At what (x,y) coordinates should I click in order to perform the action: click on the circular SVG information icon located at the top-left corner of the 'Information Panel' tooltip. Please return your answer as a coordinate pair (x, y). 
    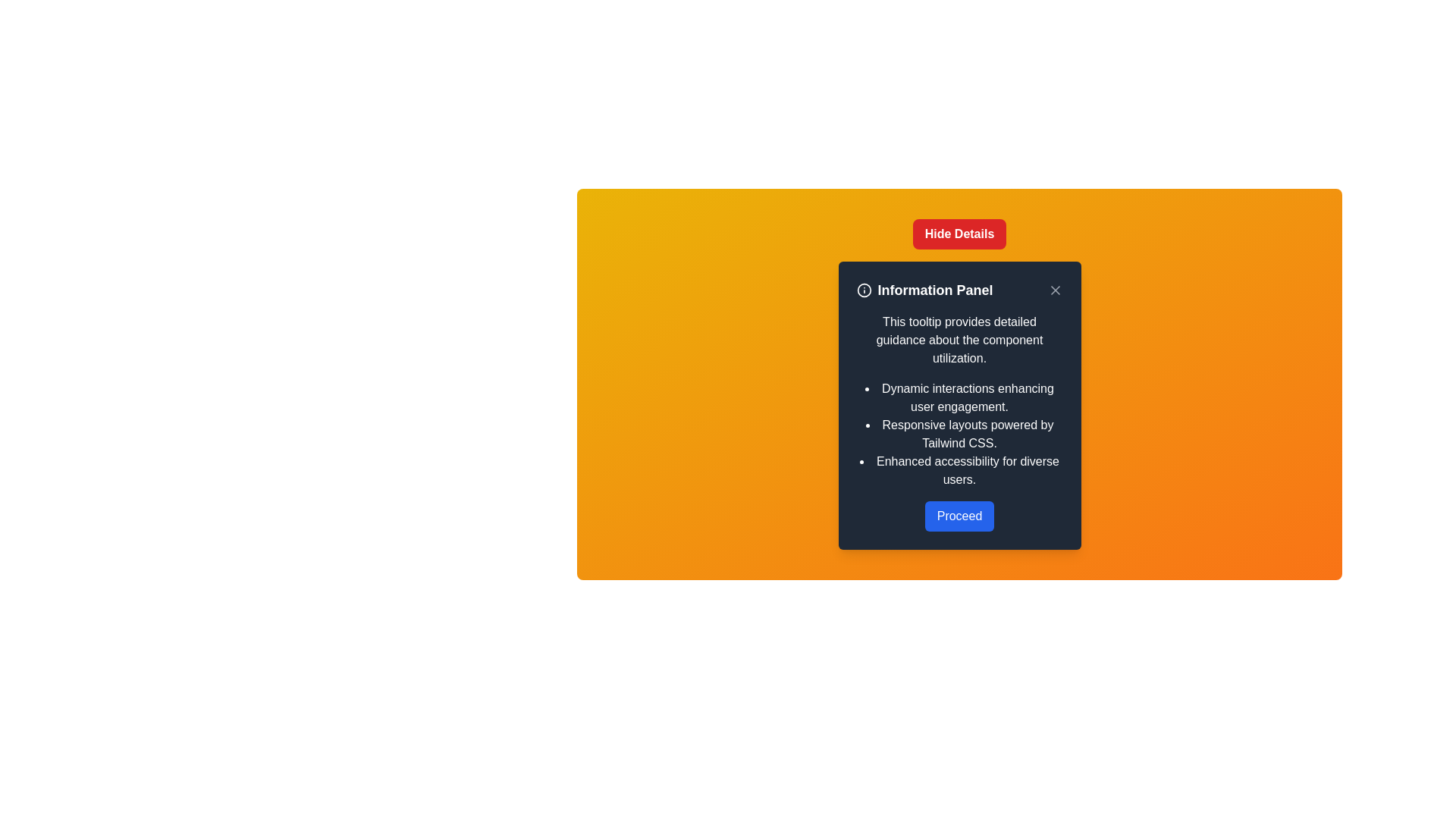
    Looking at the image, I should click on (864, 290).